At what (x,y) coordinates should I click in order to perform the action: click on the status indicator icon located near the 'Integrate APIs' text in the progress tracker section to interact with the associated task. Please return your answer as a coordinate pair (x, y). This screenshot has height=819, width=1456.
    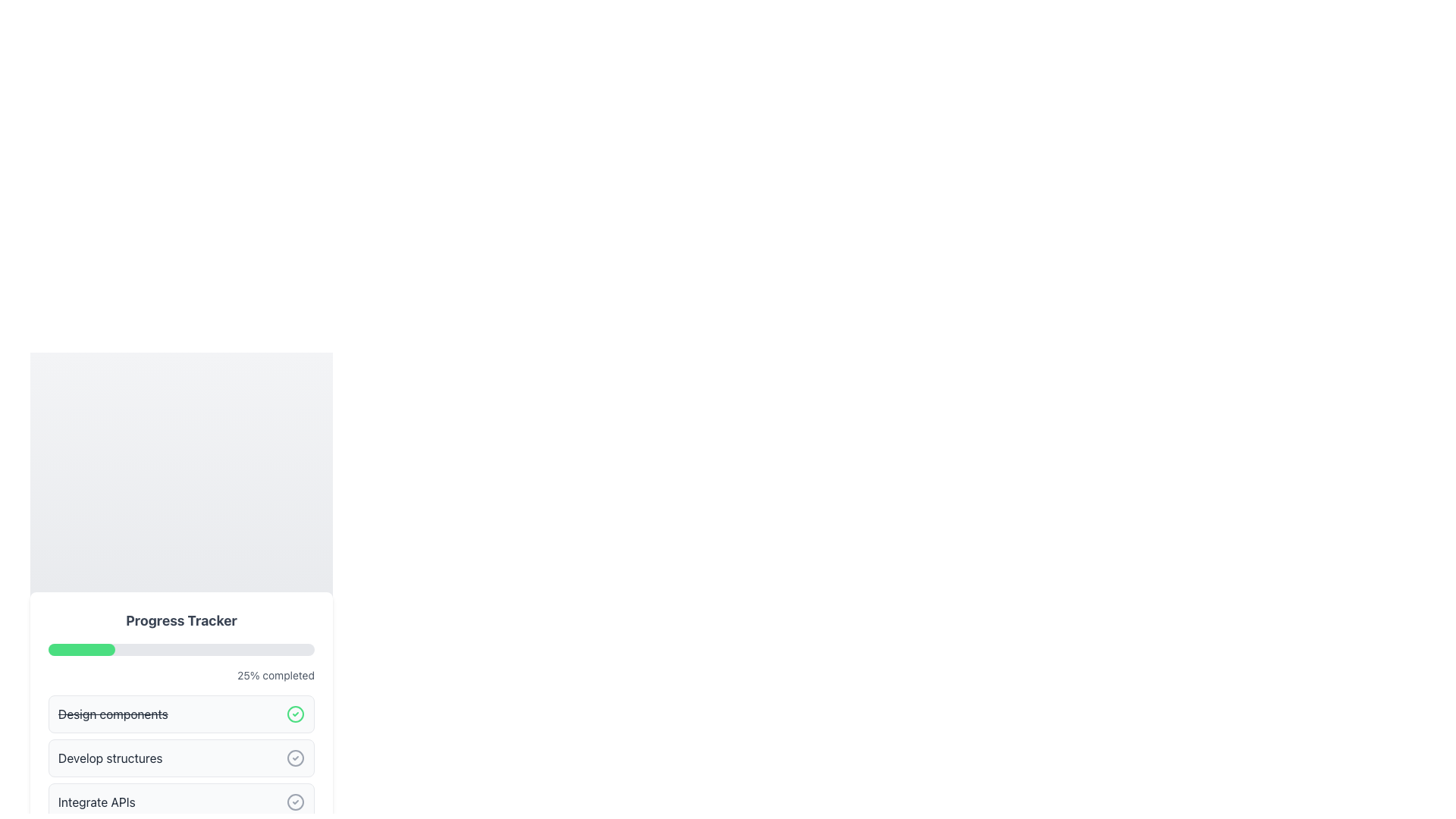
    Looking at the image, I should click on (295, 801).